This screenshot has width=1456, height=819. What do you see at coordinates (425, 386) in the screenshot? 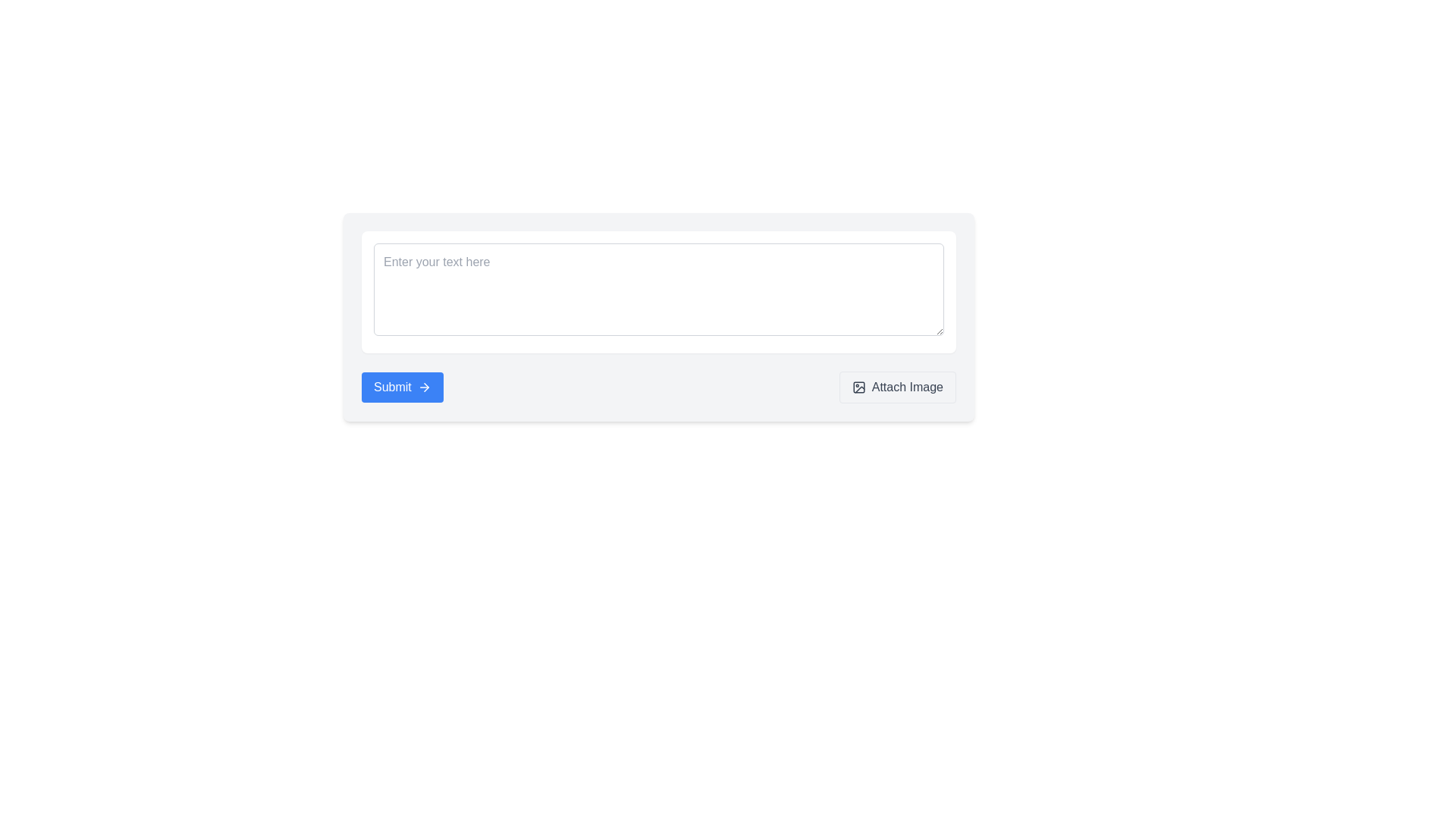
I see `the triangular part of the arrow icon on the right end of the 'Submit' button, which visually represents the 'forward' or 'submission' action` at bounding box center [425, 386].